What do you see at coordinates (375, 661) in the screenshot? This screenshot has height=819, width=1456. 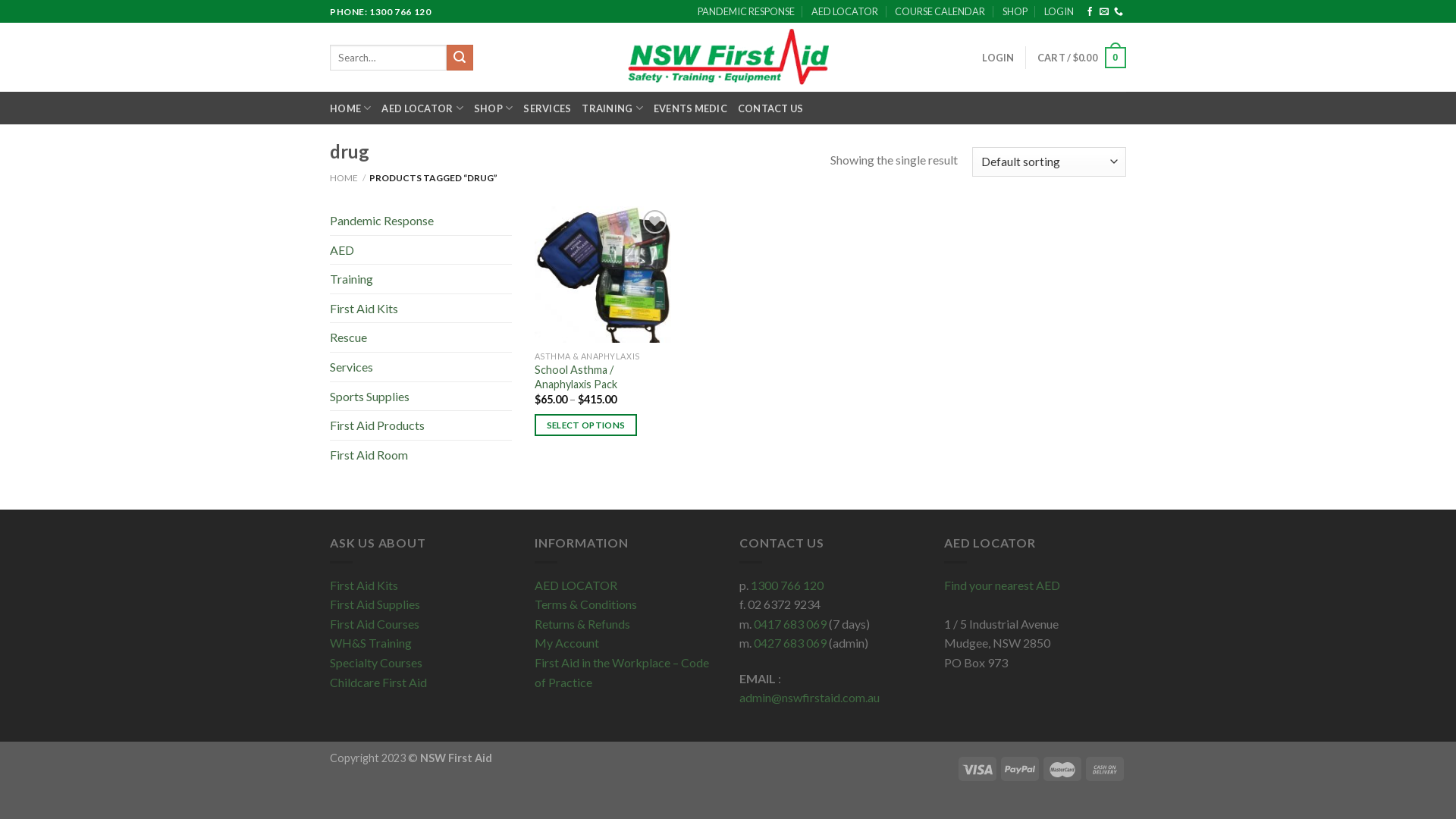 I see `'Specialty Courses'` at bounding box center [375, 661].